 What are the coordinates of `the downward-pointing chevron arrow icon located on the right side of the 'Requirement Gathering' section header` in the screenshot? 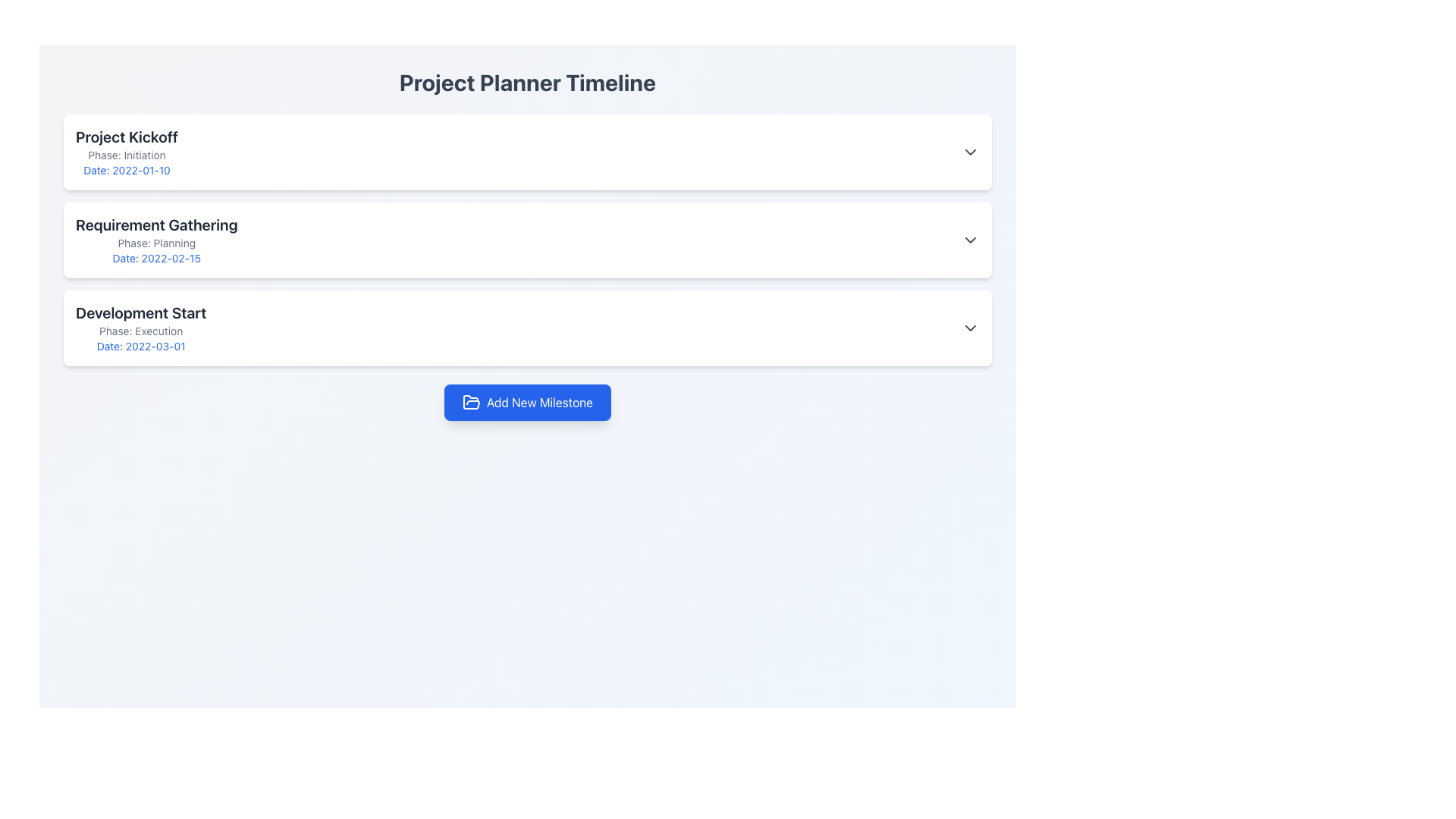 It's located at (971, 239).